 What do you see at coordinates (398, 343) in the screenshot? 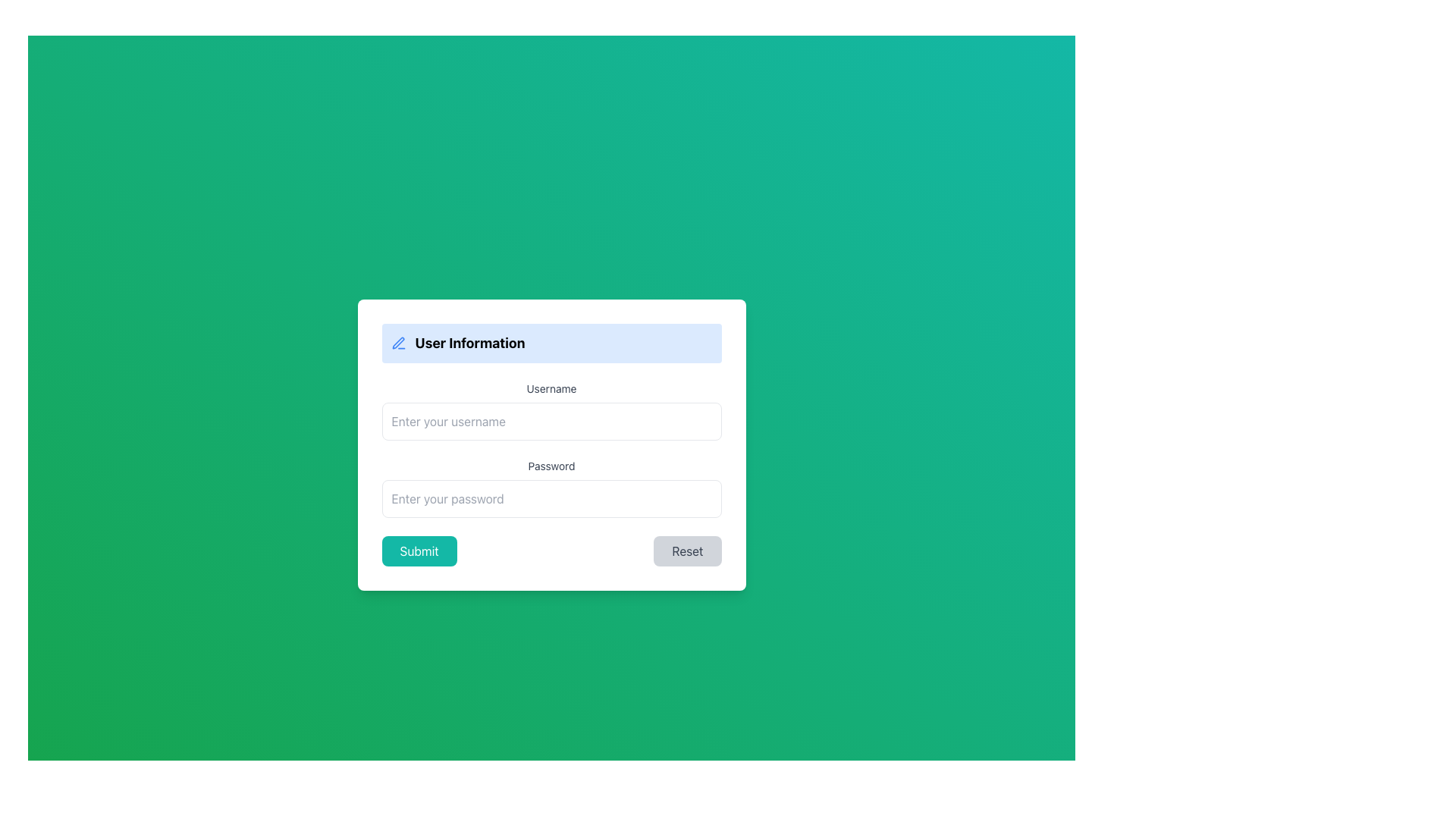
I see `the decorative vector graphic icon located on the left side of the 'User Information' section, which symbolizes editing functionality` at bounding box center [398, 343].